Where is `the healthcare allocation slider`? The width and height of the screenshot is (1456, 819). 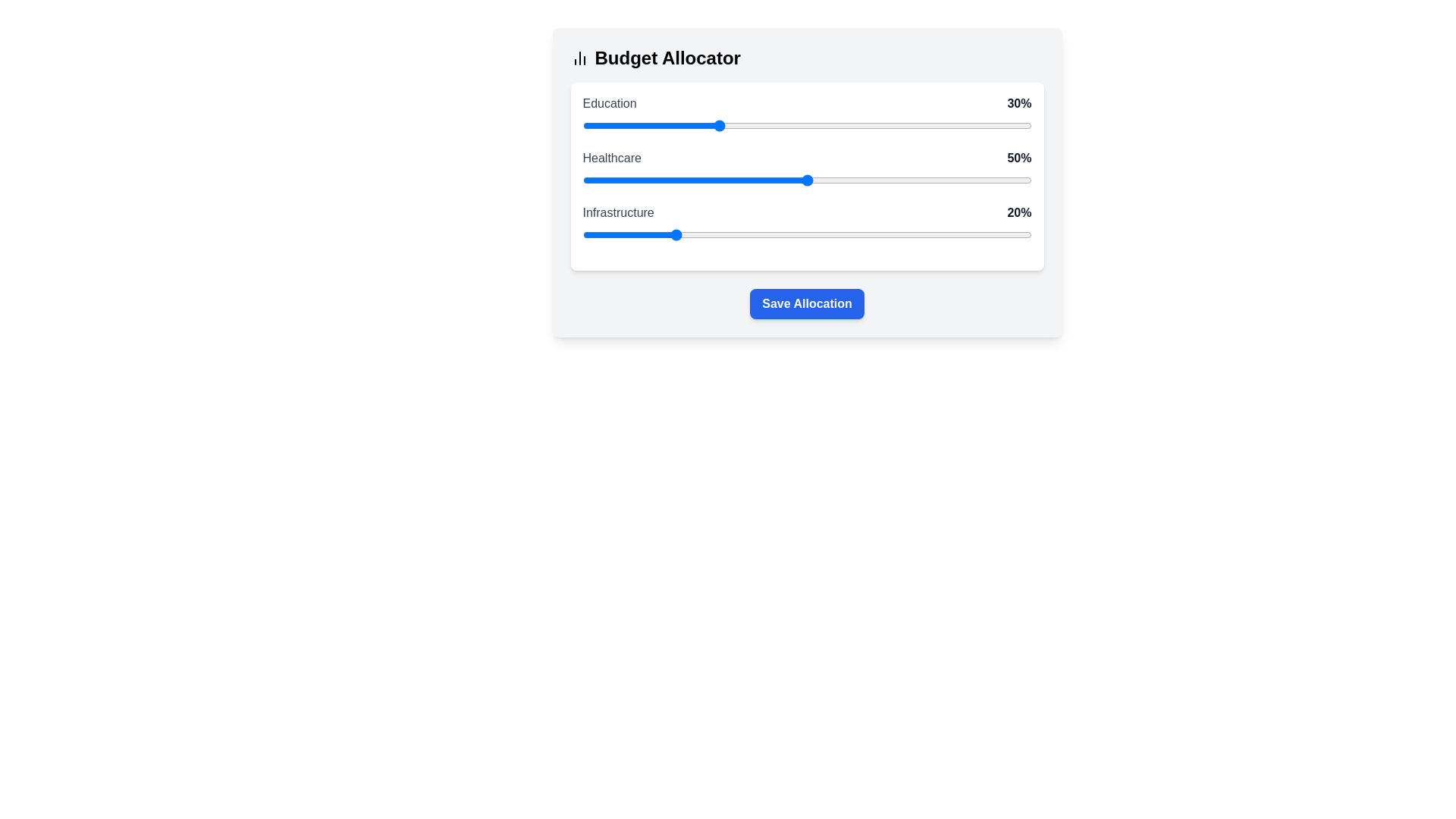
the healthcare allocation slider is located at coordinates (946, 180).